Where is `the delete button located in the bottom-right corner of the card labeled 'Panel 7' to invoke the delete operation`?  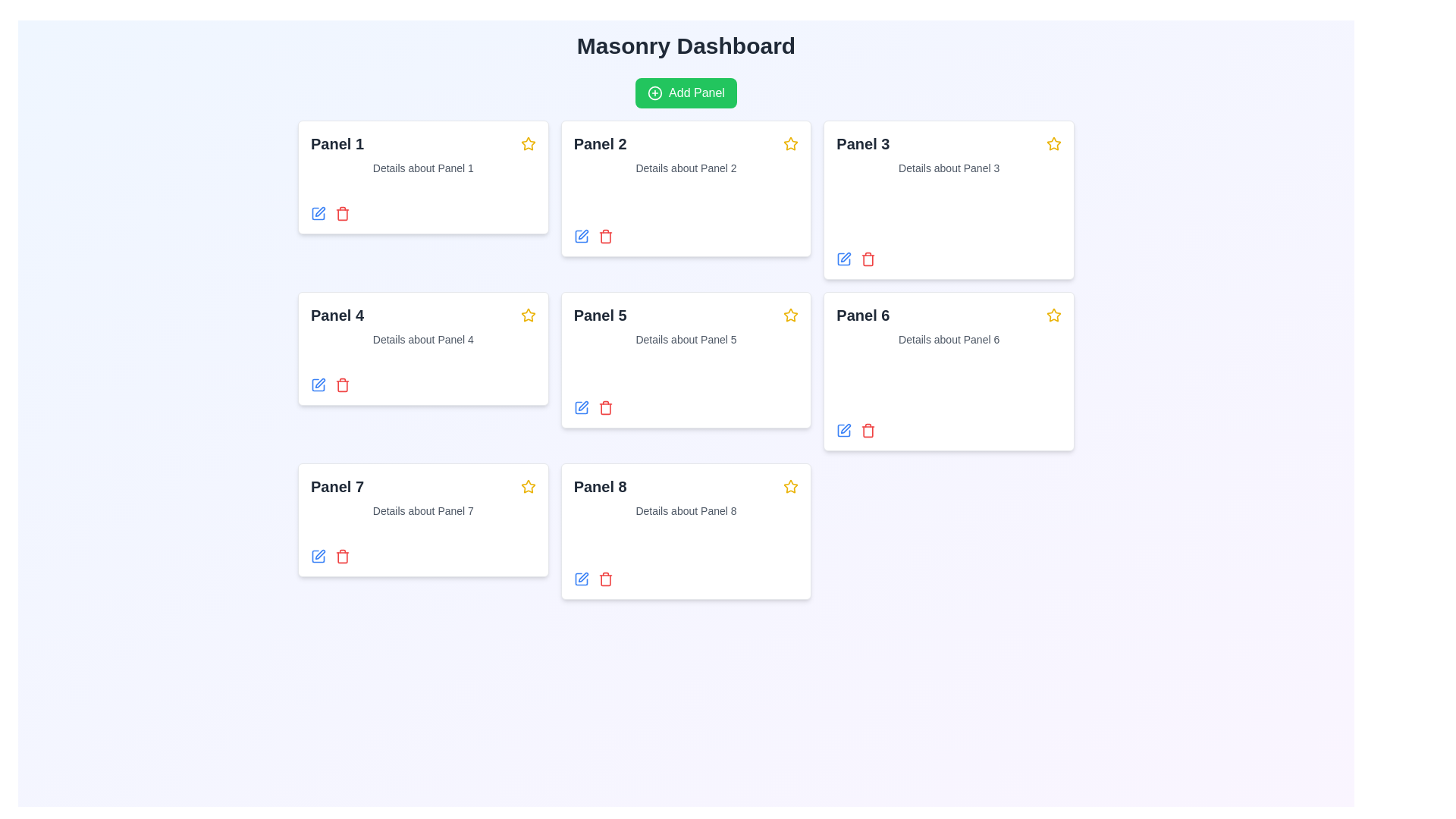
the delete button located in the bottom-right corner of the card labeled 'Panel 7' to invoke the delete operation is located at coordinates (341, 556).